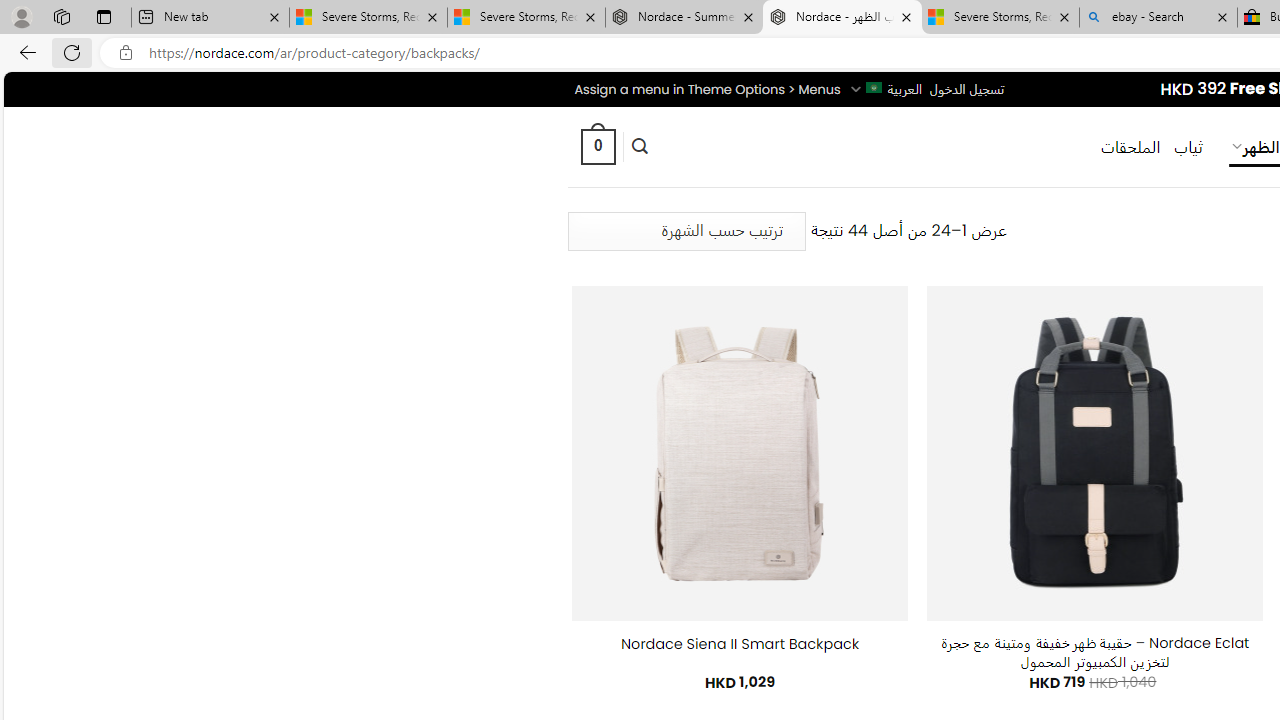 This screenshot has height=720, width=1280. I want to click on 'Nordace - Summer Adventures 2024', so click(684, 17).